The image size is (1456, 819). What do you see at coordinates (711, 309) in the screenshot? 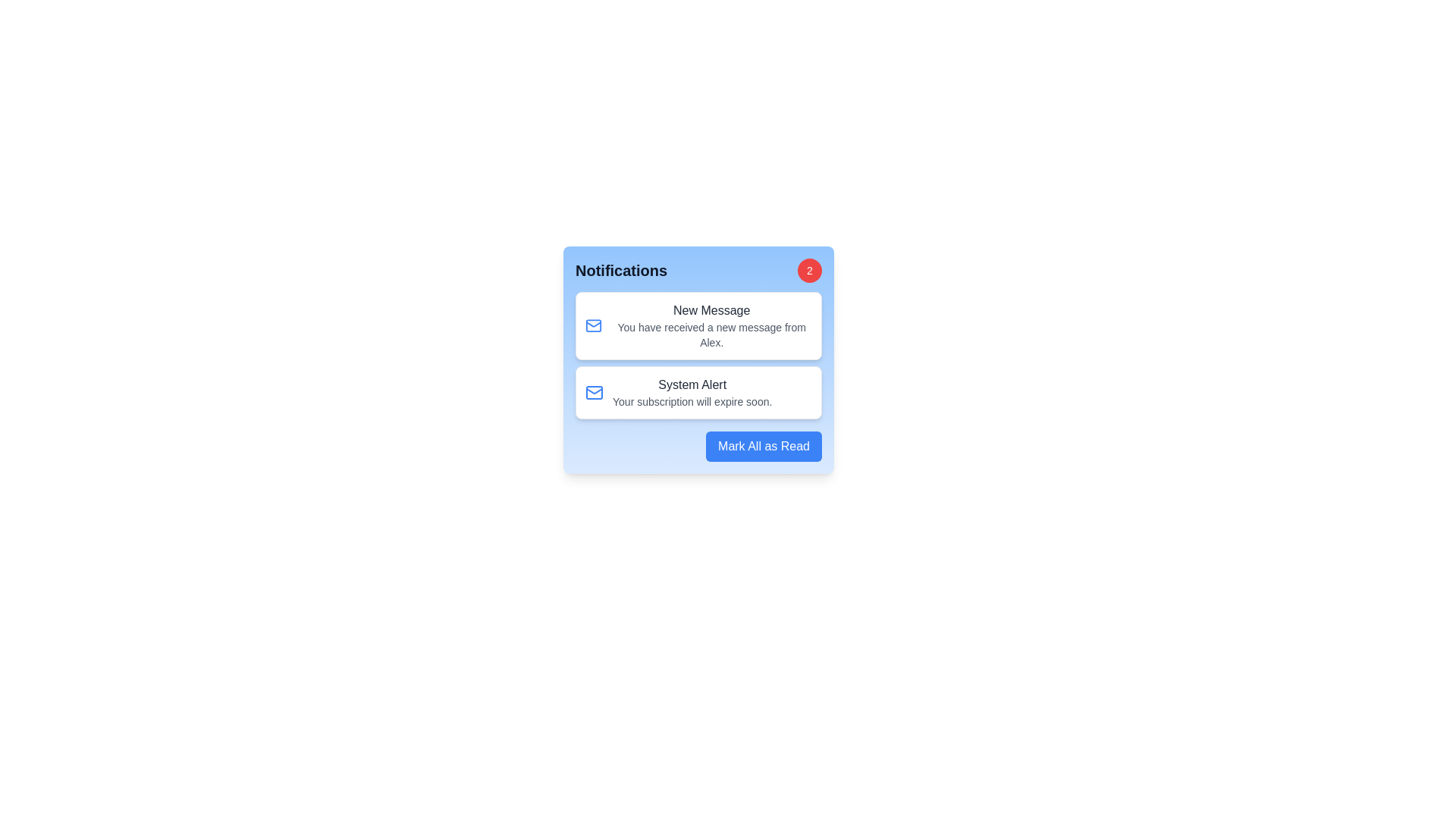
I see `text label displaying 'New Message', which is styled in medium-weight font and dark gray color, located at the top part of a notification box with a light blue background` at bounding box center [711, 309].